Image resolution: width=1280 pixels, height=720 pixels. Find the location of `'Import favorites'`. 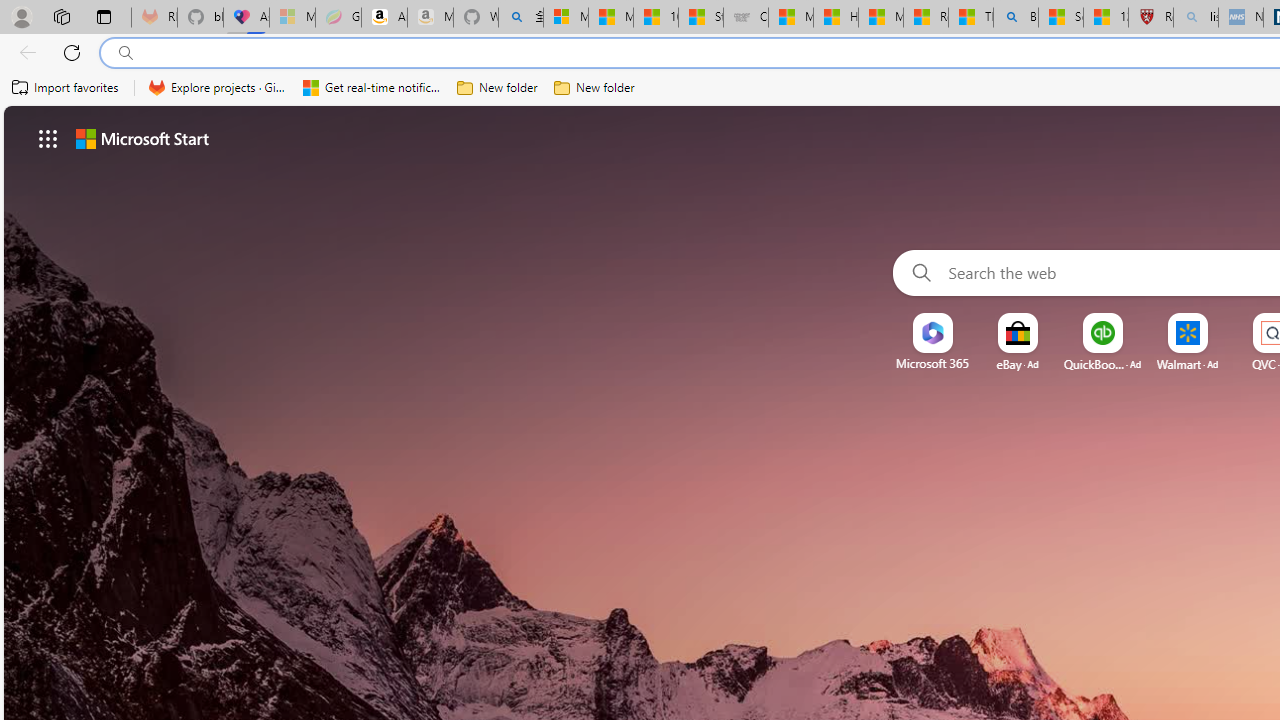

'Import favorites' is located at coordinates (65, 87).